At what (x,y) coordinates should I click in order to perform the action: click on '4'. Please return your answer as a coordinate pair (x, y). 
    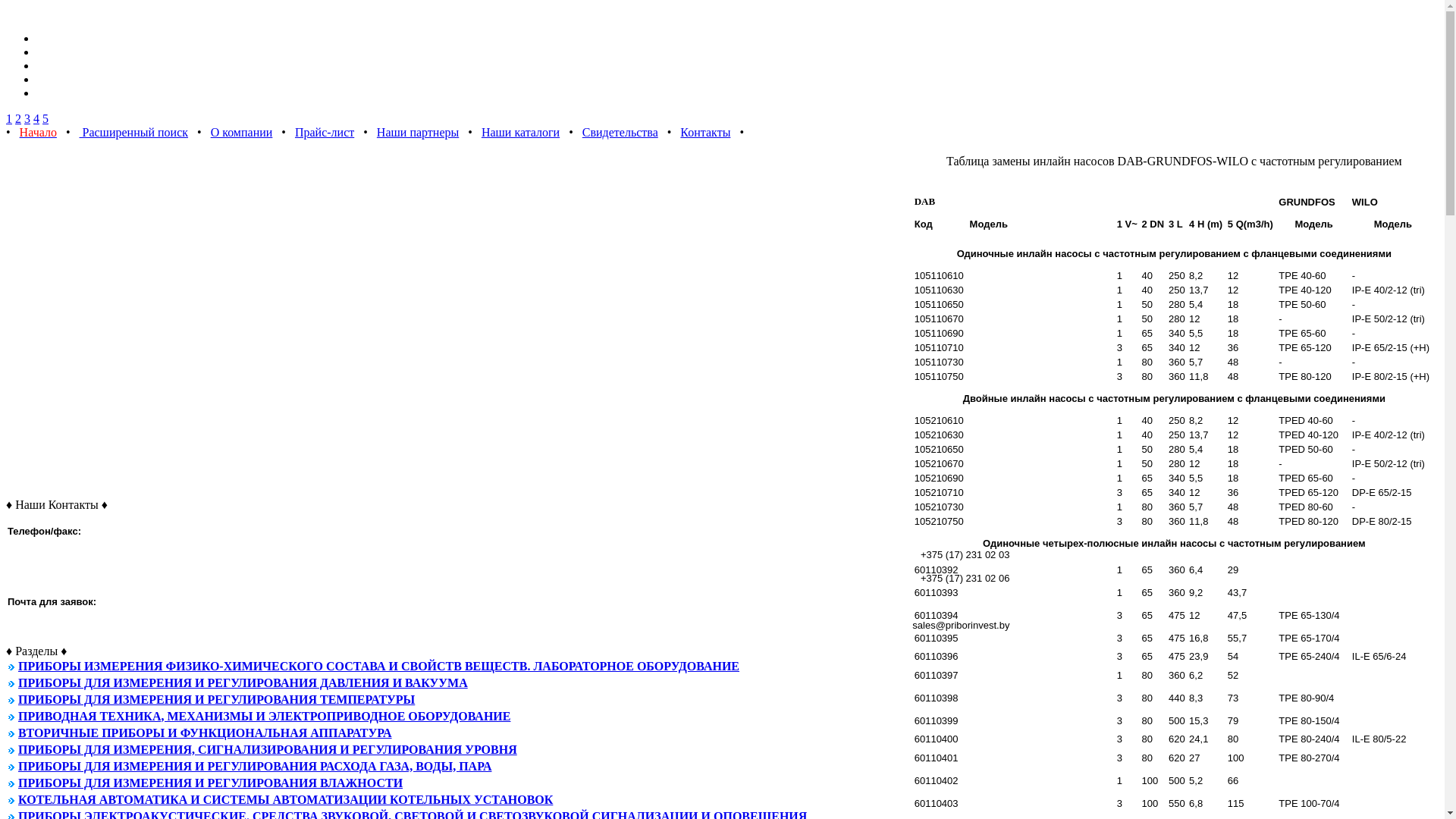
    Looking at the image, I should click on (36, 118).